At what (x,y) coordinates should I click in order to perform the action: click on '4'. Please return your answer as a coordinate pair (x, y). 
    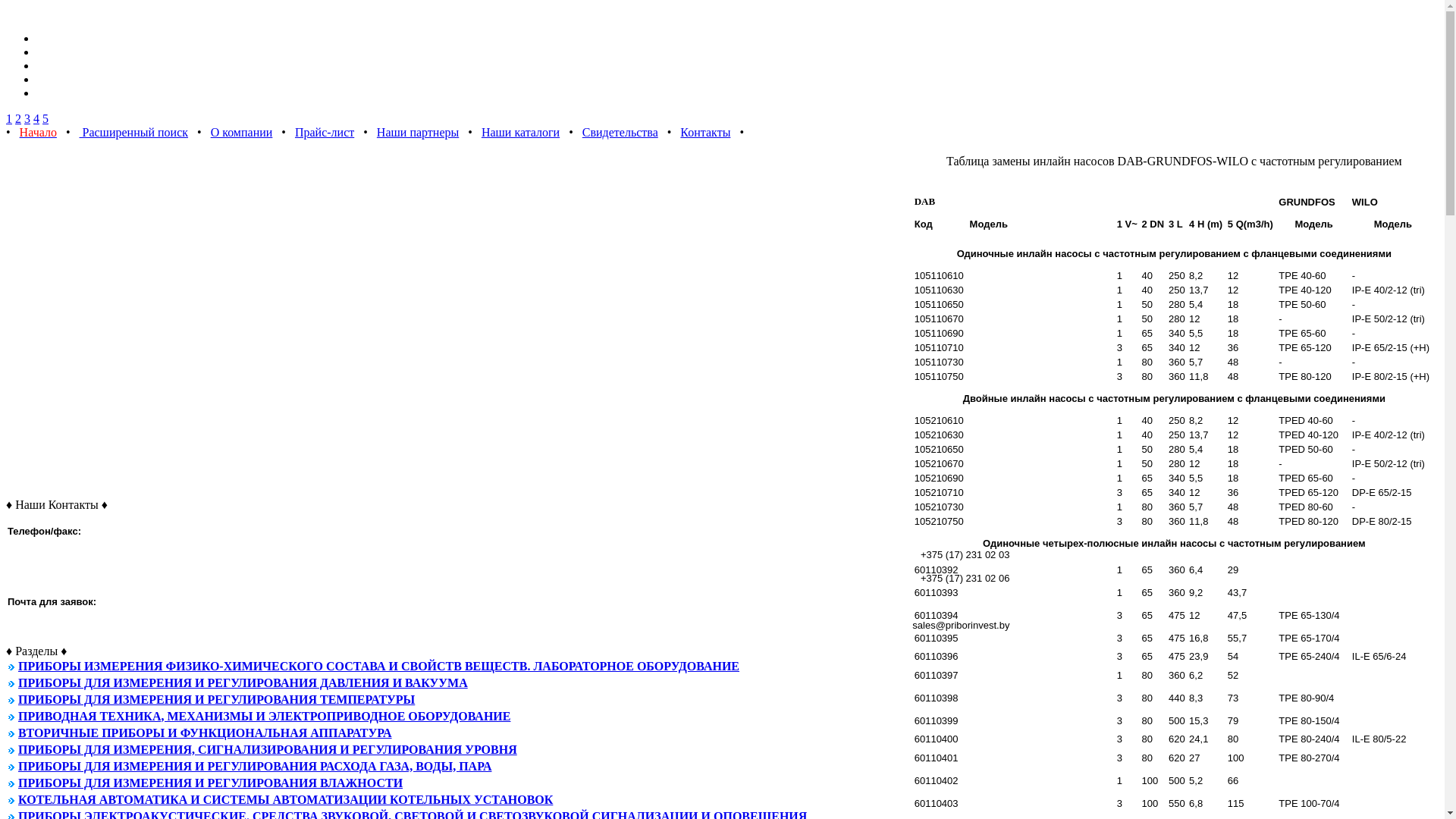
    Looking at the image, I should click on (36, 118).